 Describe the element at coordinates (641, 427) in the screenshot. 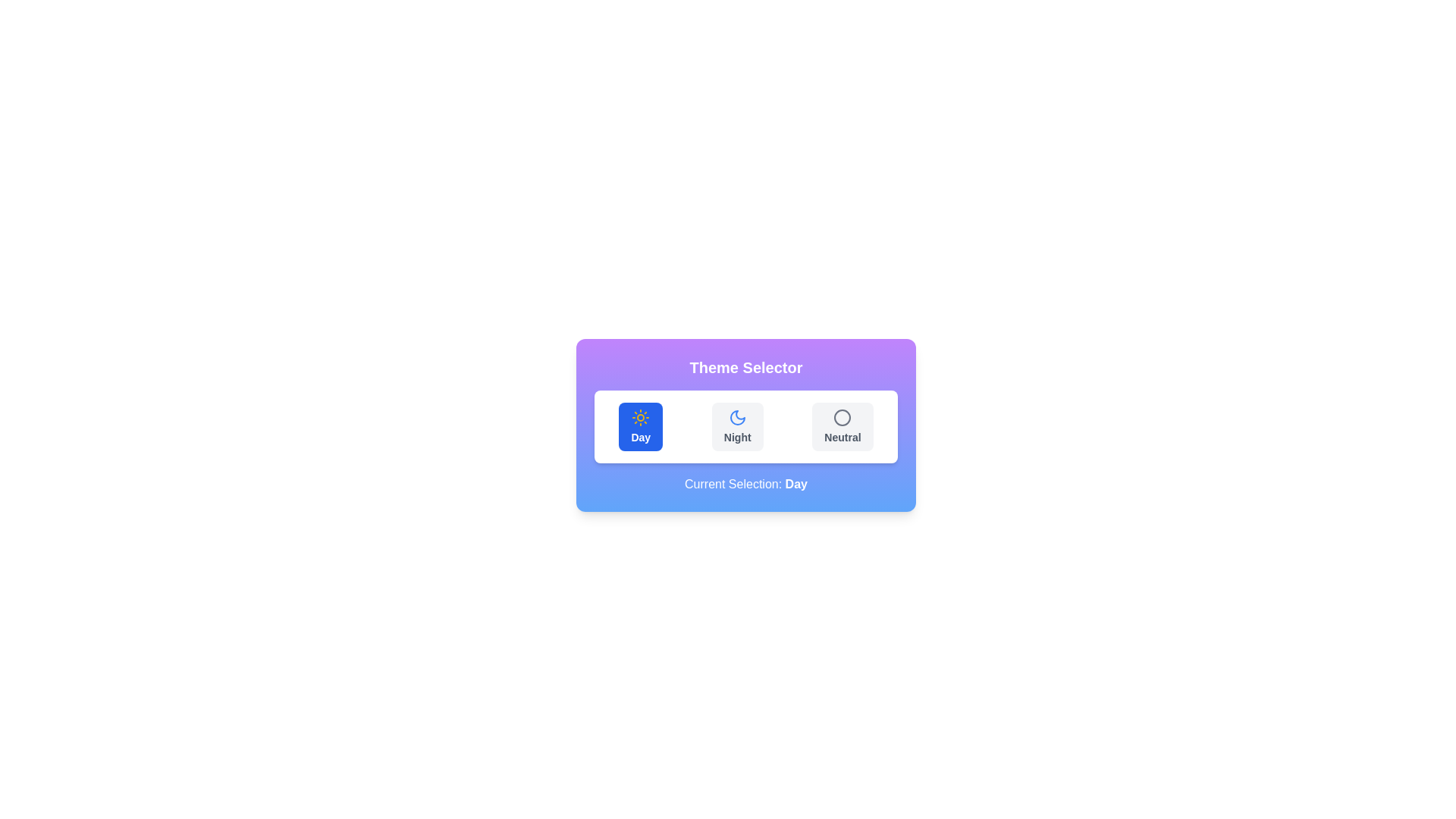

I see `the 'Day' button` at that location.